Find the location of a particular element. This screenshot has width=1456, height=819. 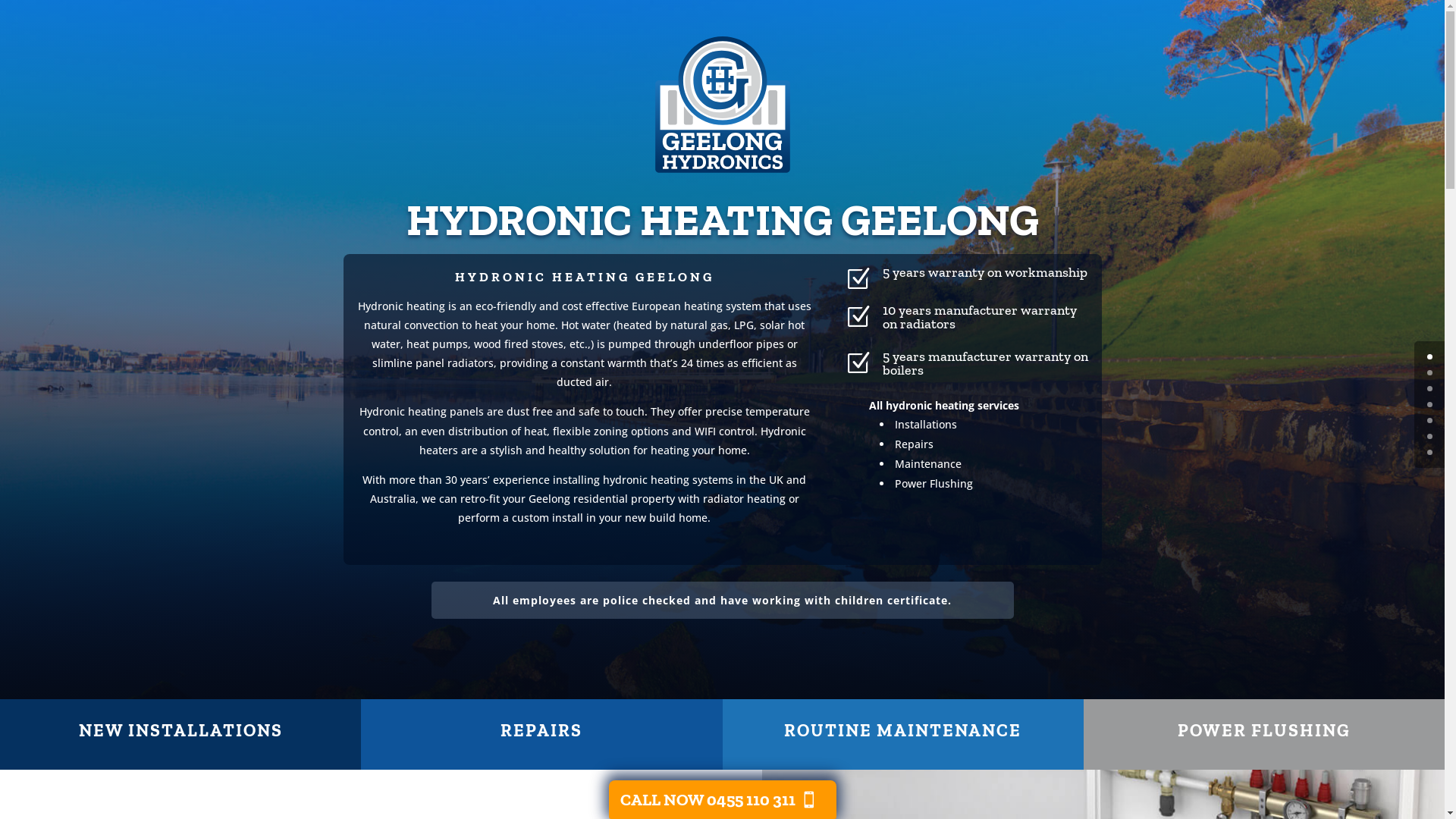

'2' is located at coordinates (1429, 388).